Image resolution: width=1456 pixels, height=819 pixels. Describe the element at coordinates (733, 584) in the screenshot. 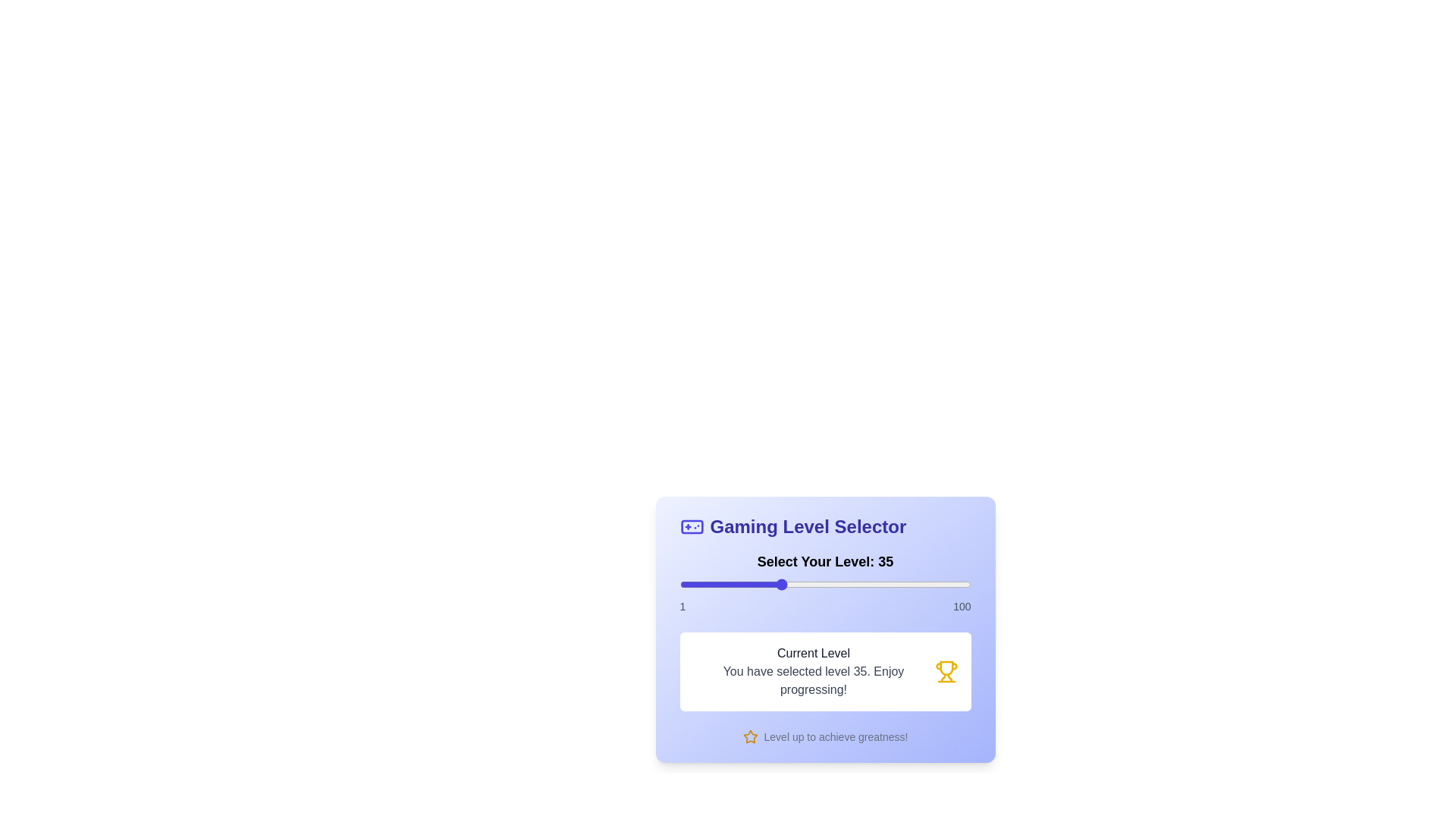

I see `the gaming level` at that location.